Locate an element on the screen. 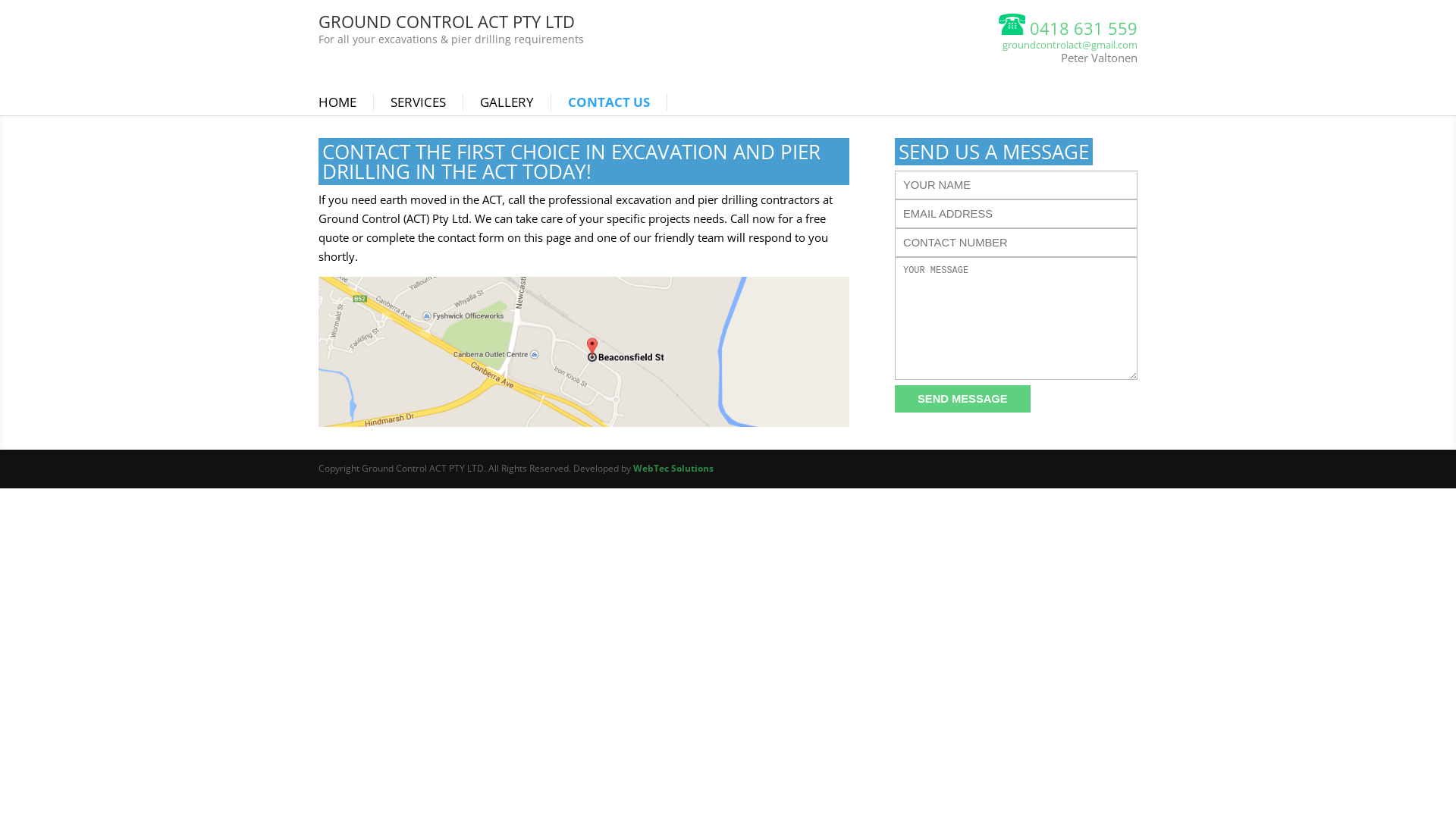 This screenshot has height=819, width=1456. 'HOME' is located at coordinates (345, 102).